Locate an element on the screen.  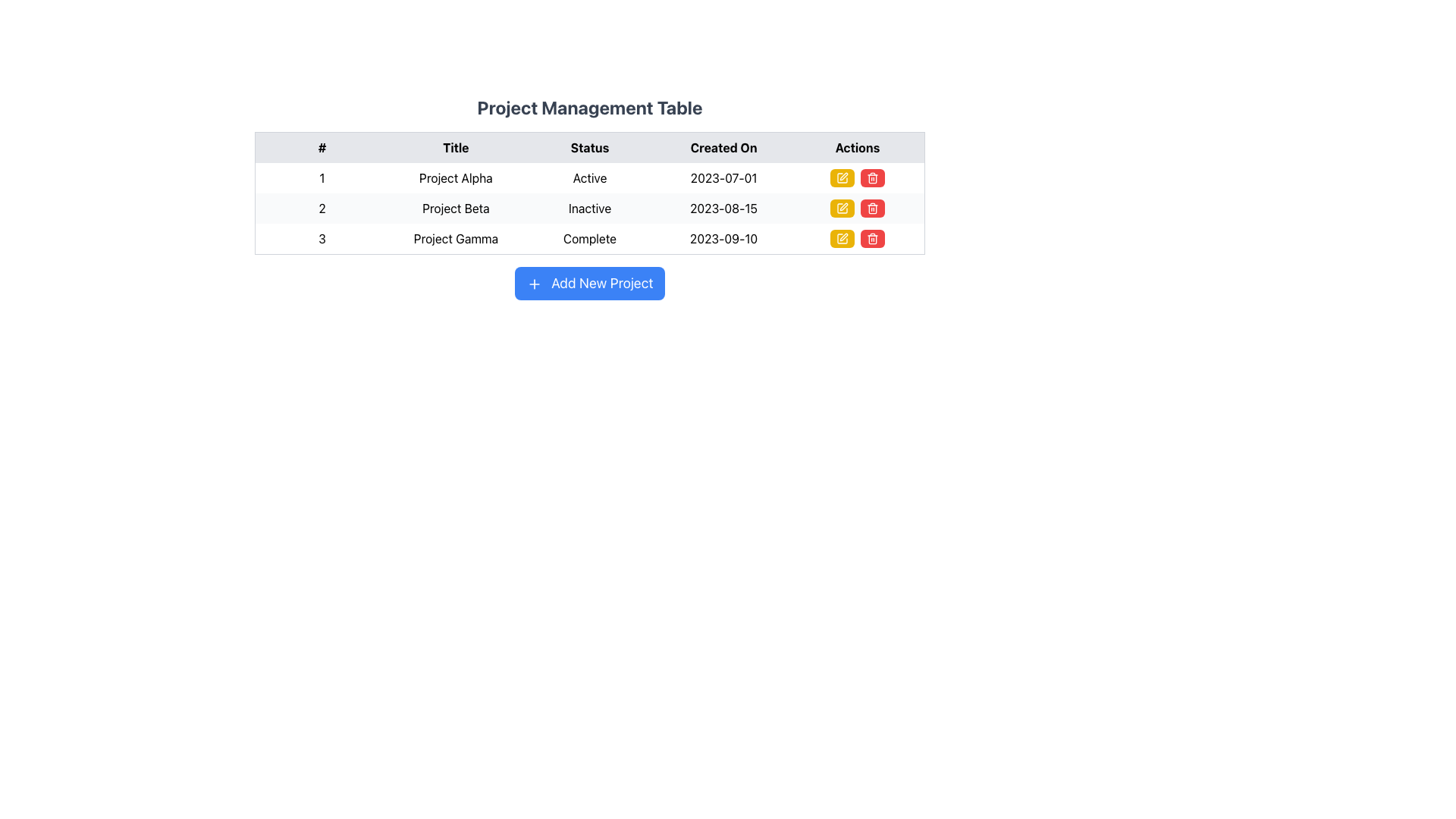
the trash can icon in the 'Actions' column for 'Project Alpha' is located at coordinates (872, 178).